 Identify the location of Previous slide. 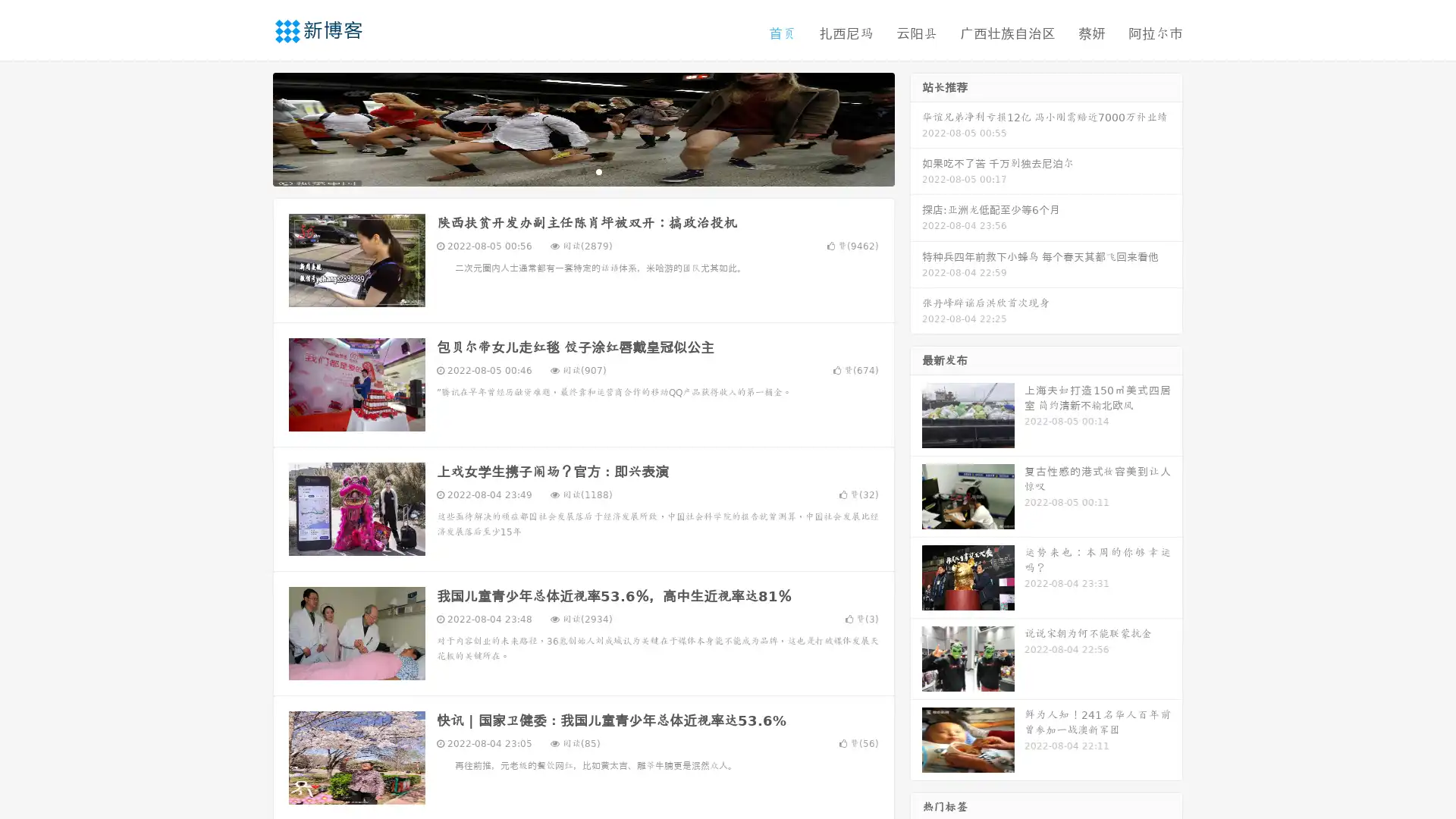
(250, 127).